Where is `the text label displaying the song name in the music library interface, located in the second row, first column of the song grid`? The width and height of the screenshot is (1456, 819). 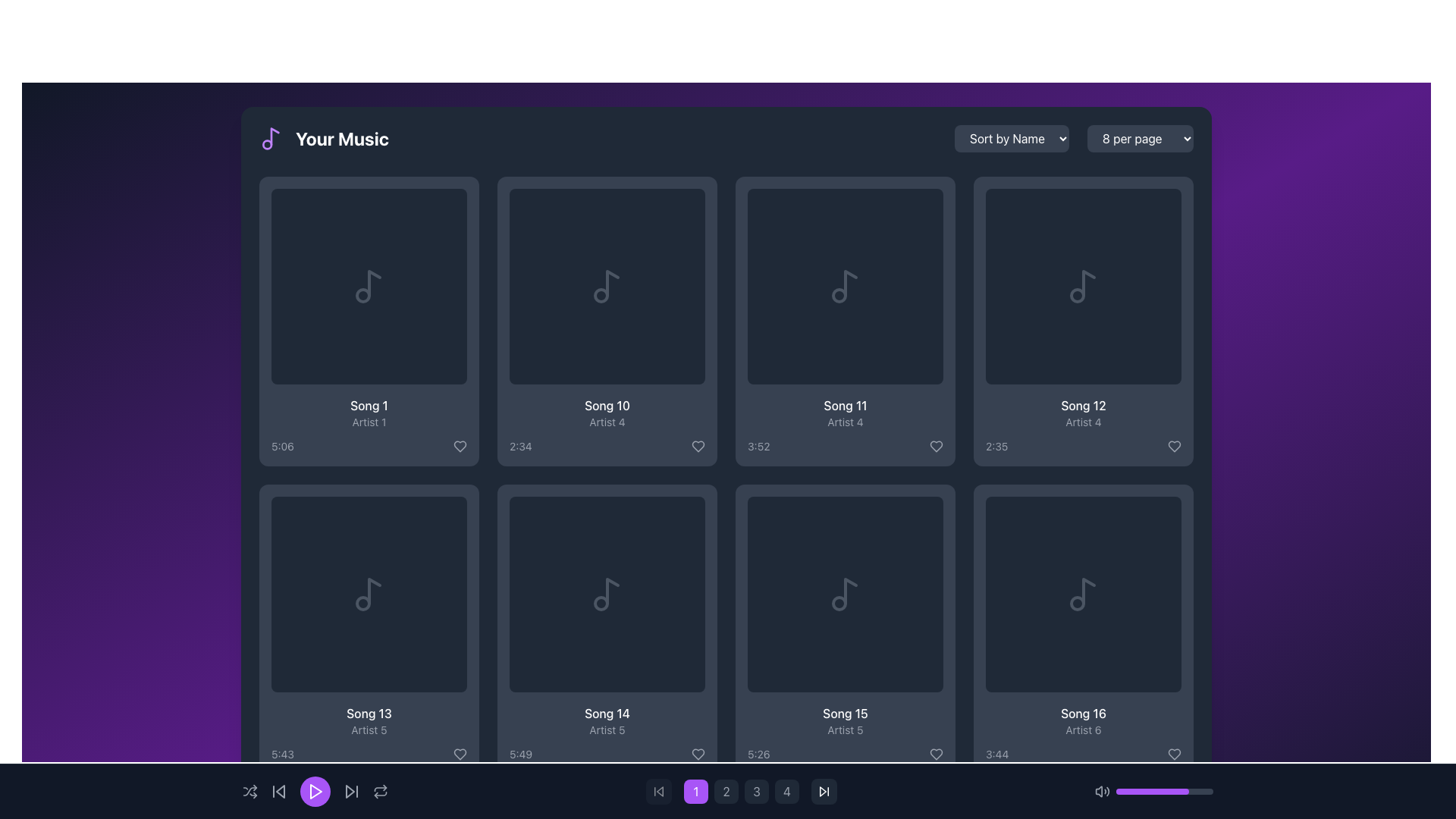 the text label displaying the song name in the music library interface, located in the second row, first column of the song grid is located at coordinates (369, 714).